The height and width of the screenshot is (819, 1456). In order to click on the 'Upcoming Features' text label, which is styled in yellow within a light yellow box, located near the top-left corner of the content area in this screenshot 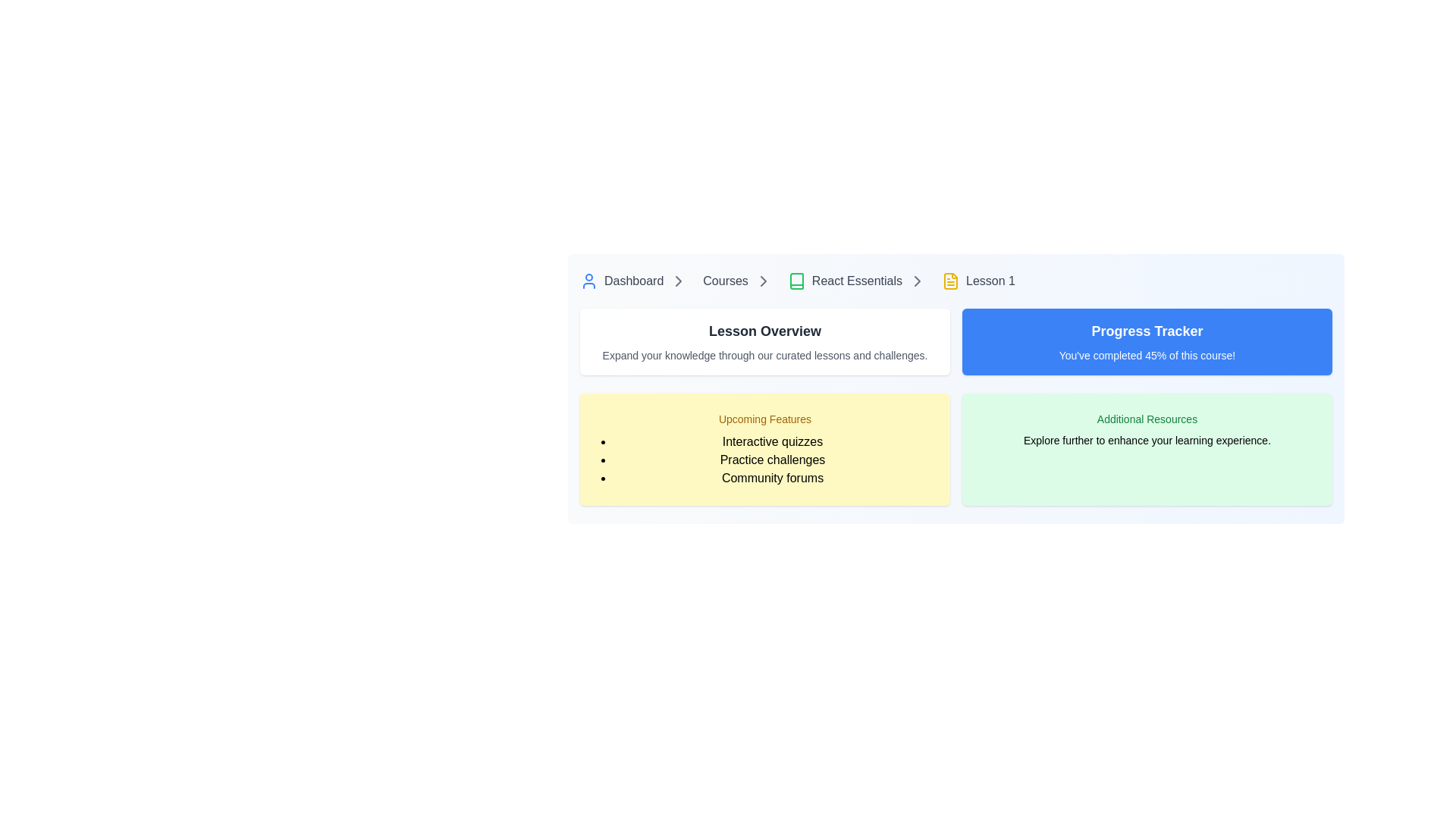, I will do `click(764, 419)`.